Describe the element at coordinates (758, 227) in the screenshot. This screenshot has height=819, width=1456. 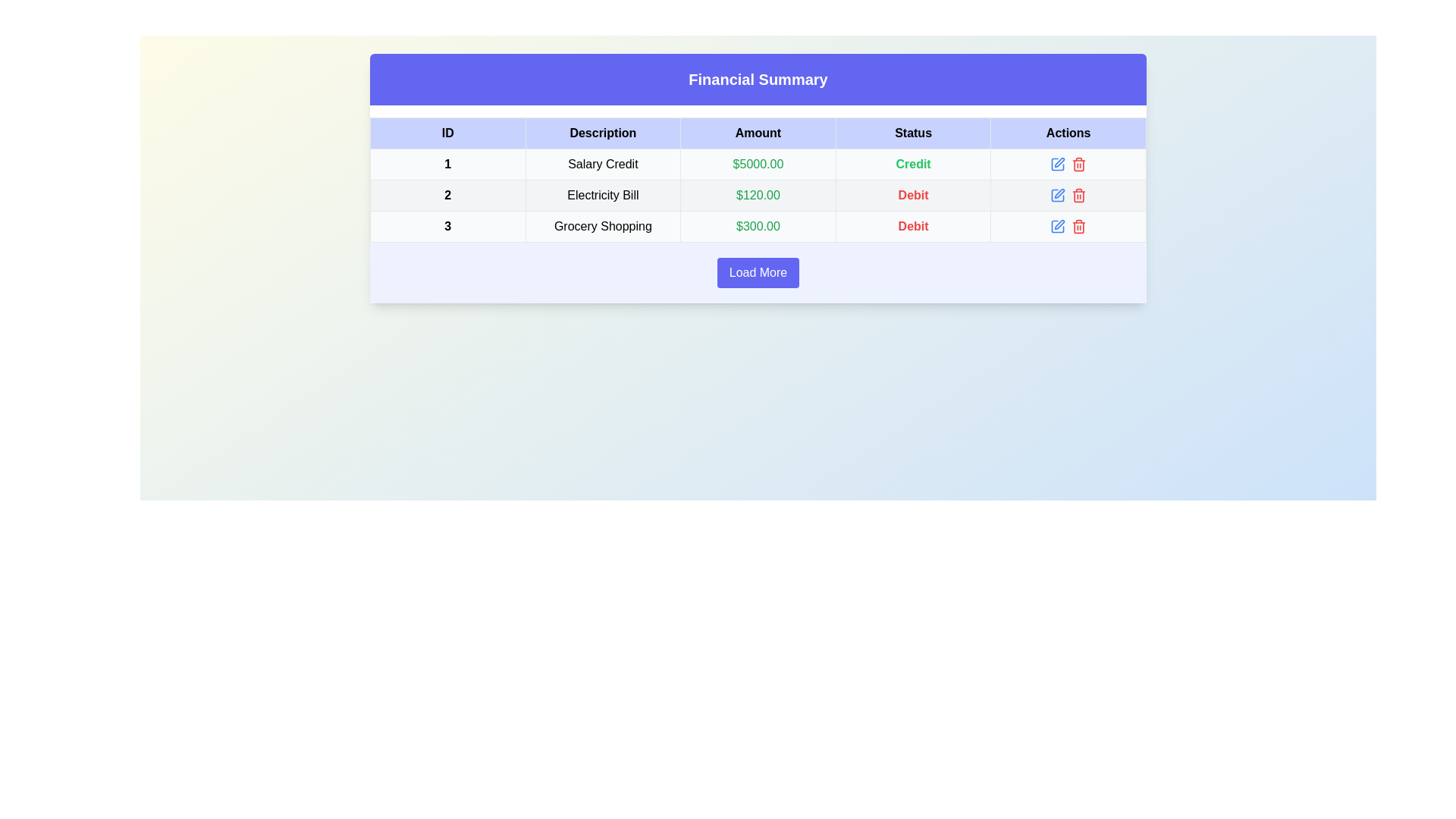
I see `the table row displaying transaction details for ID '3', which includes 'Grocery Shopping' for an amount of '$300.00' in green text and status 'Debit' in red text` at that location.